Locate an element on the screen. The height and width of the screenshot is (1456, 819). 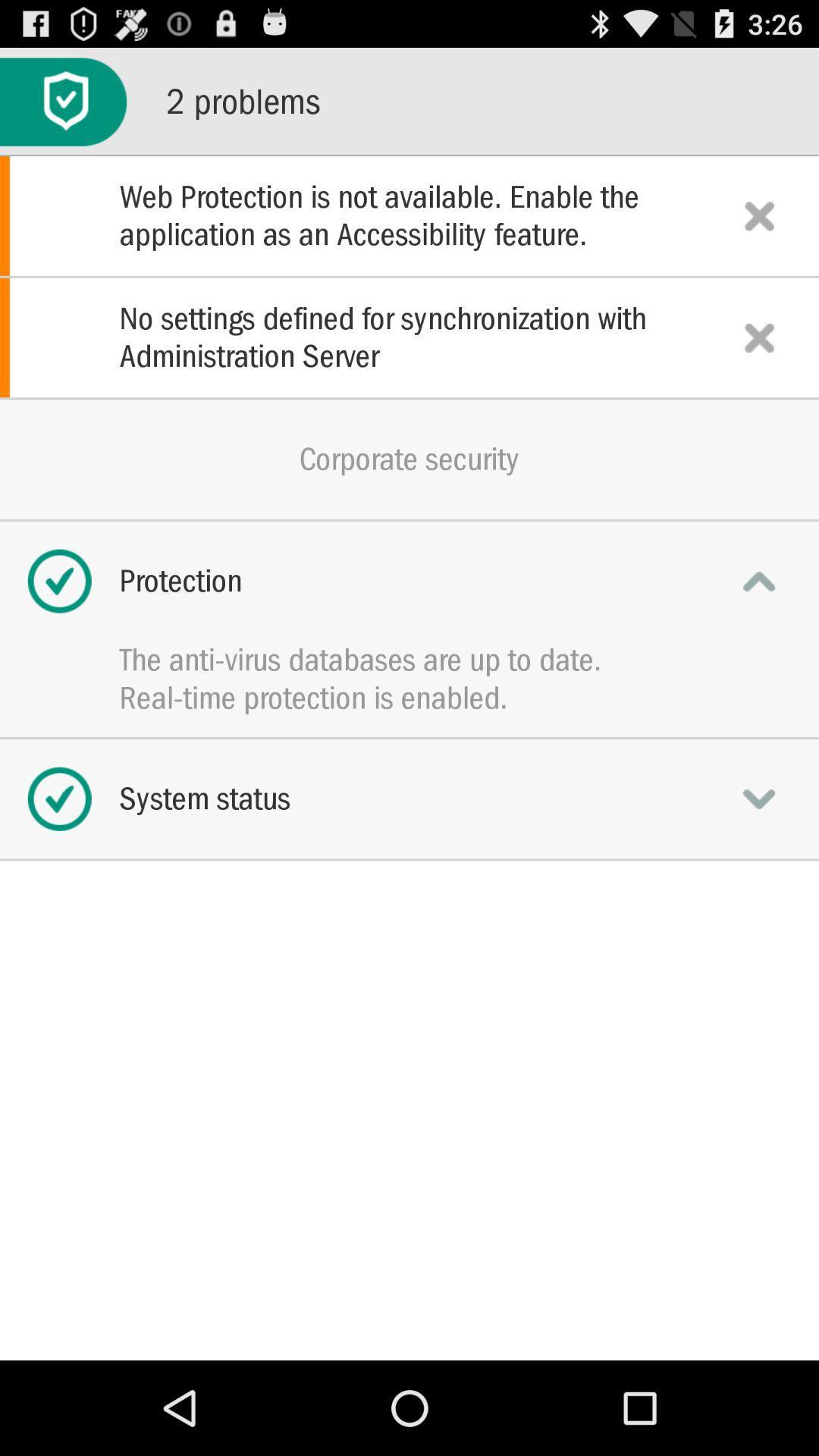
collapse is located at coordinates (759, 580).